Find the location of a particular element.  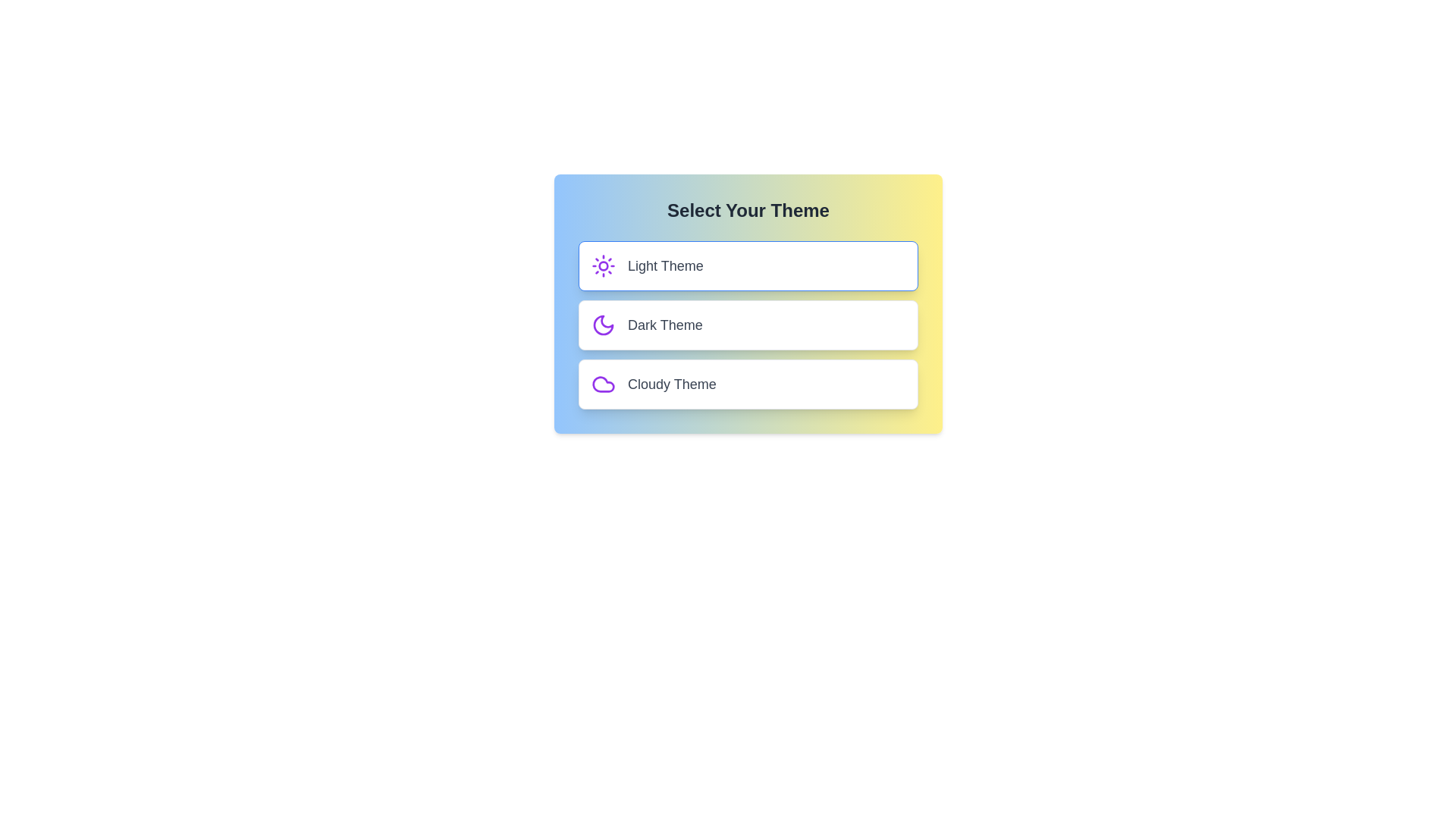

the Cloudy Theme icon, which is the prominent visual representation located at the extreme right of the third selectable theme option is located at coordinates (603, 383).